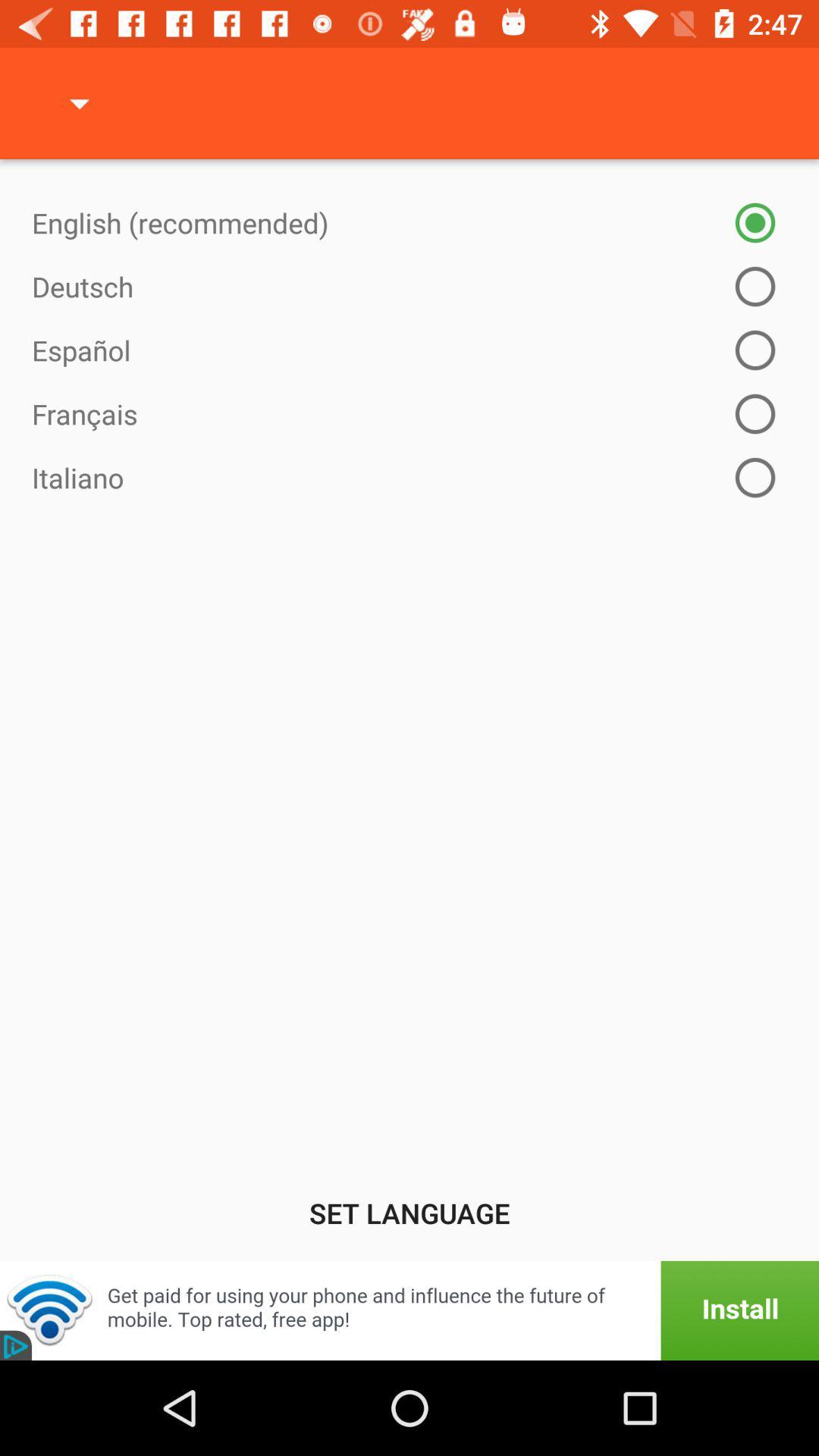 This screenshot has width=819, height=1456. Describe the element at coordinates (409, 1310) in the screenshot. I see `add` at that location.